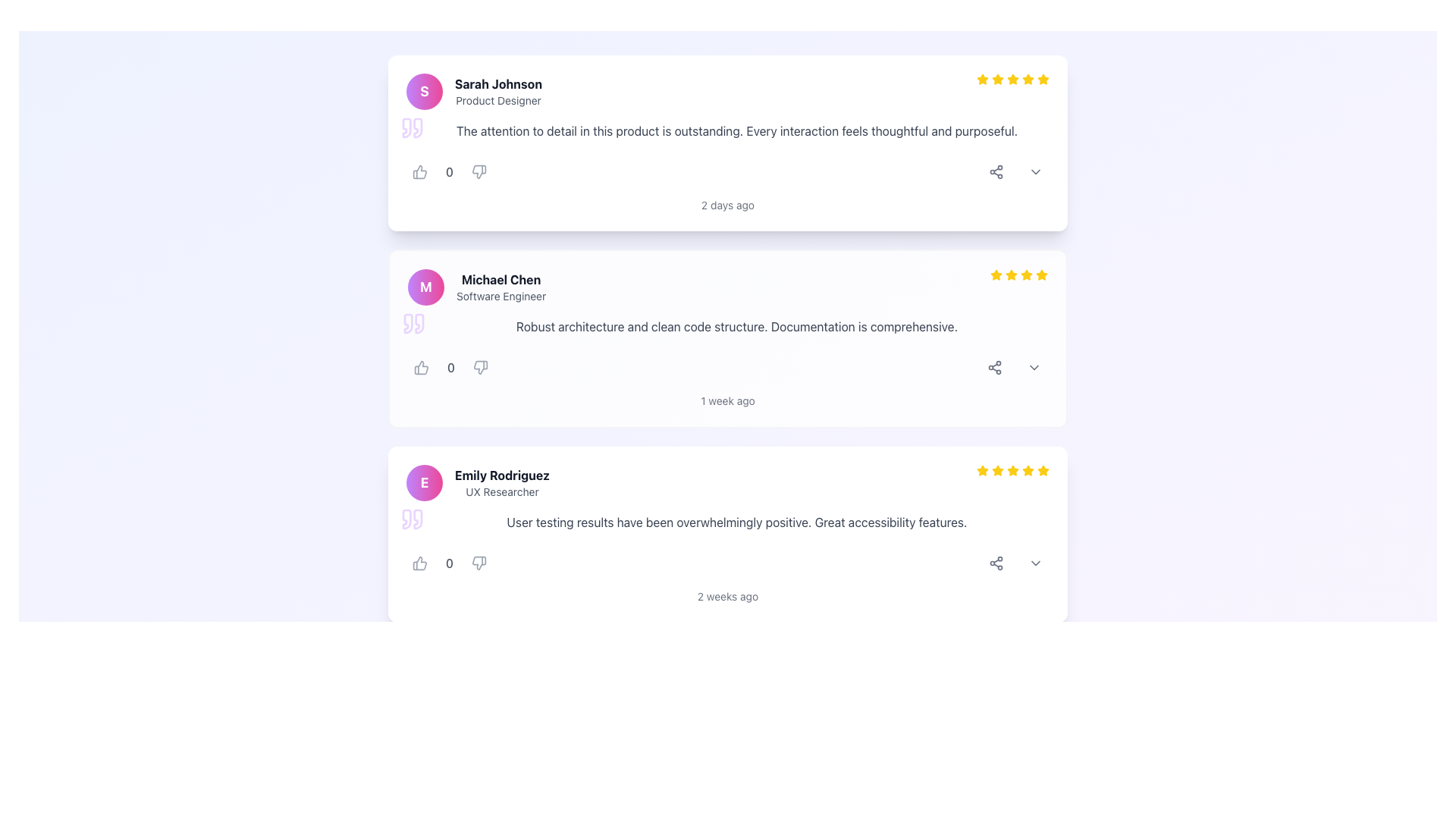  What do you see at coordinates (412, 519) in the screenshot?
I see `the Decorative icon that signifies a quotation or testimonial, located at the top-left corner of the quoted text box attributed to Emily Rodriguez` at bounding box center [412, 519].